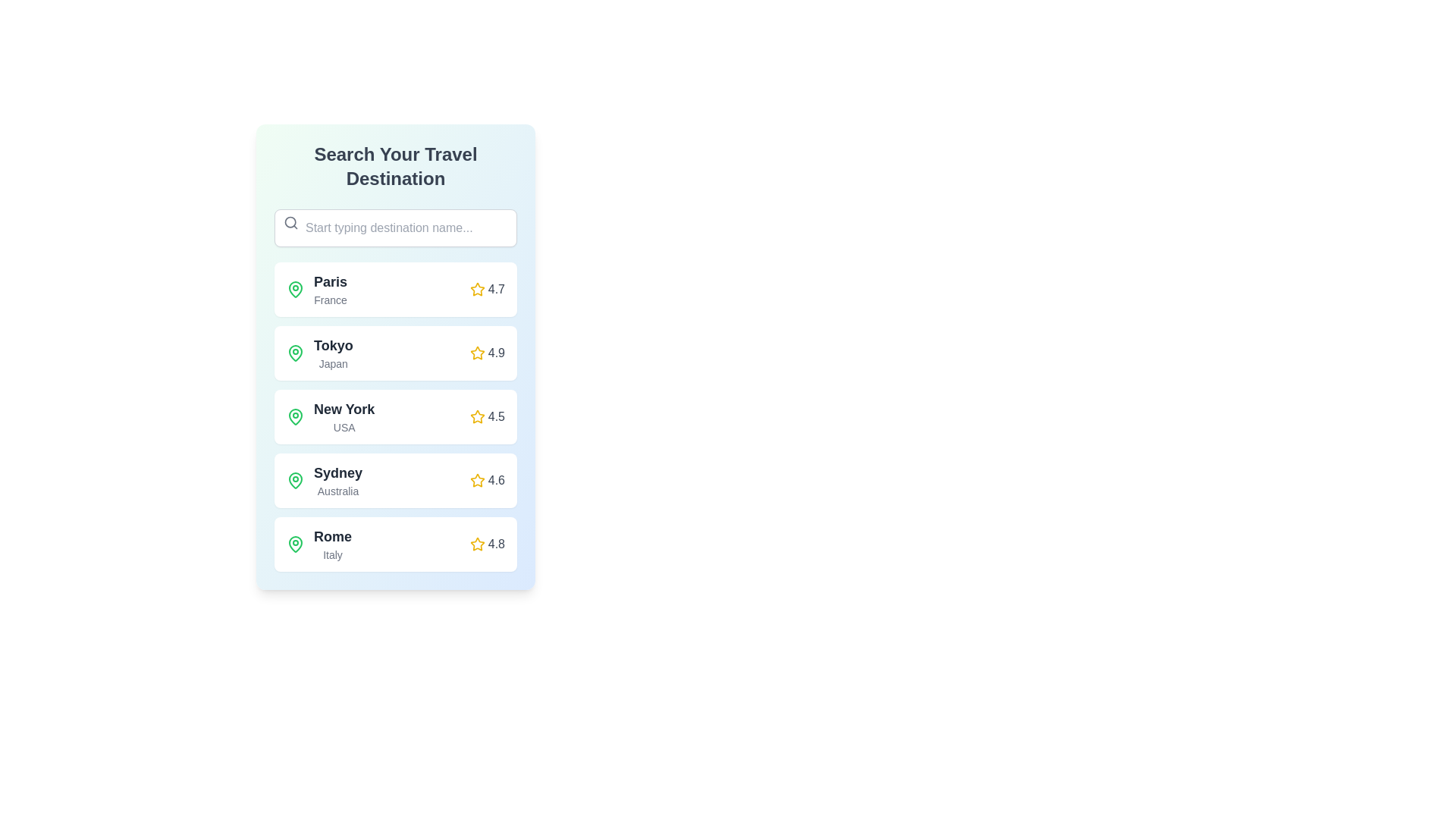 The image size is (1456, 819). What do you see at coordinates (295, 417) in the screenshot?
I see `the location marker icon representing 'New York' in the list of travel destinations, which is the third item under 'Search Your Travel Destination'` at bounding box center [295, 417].